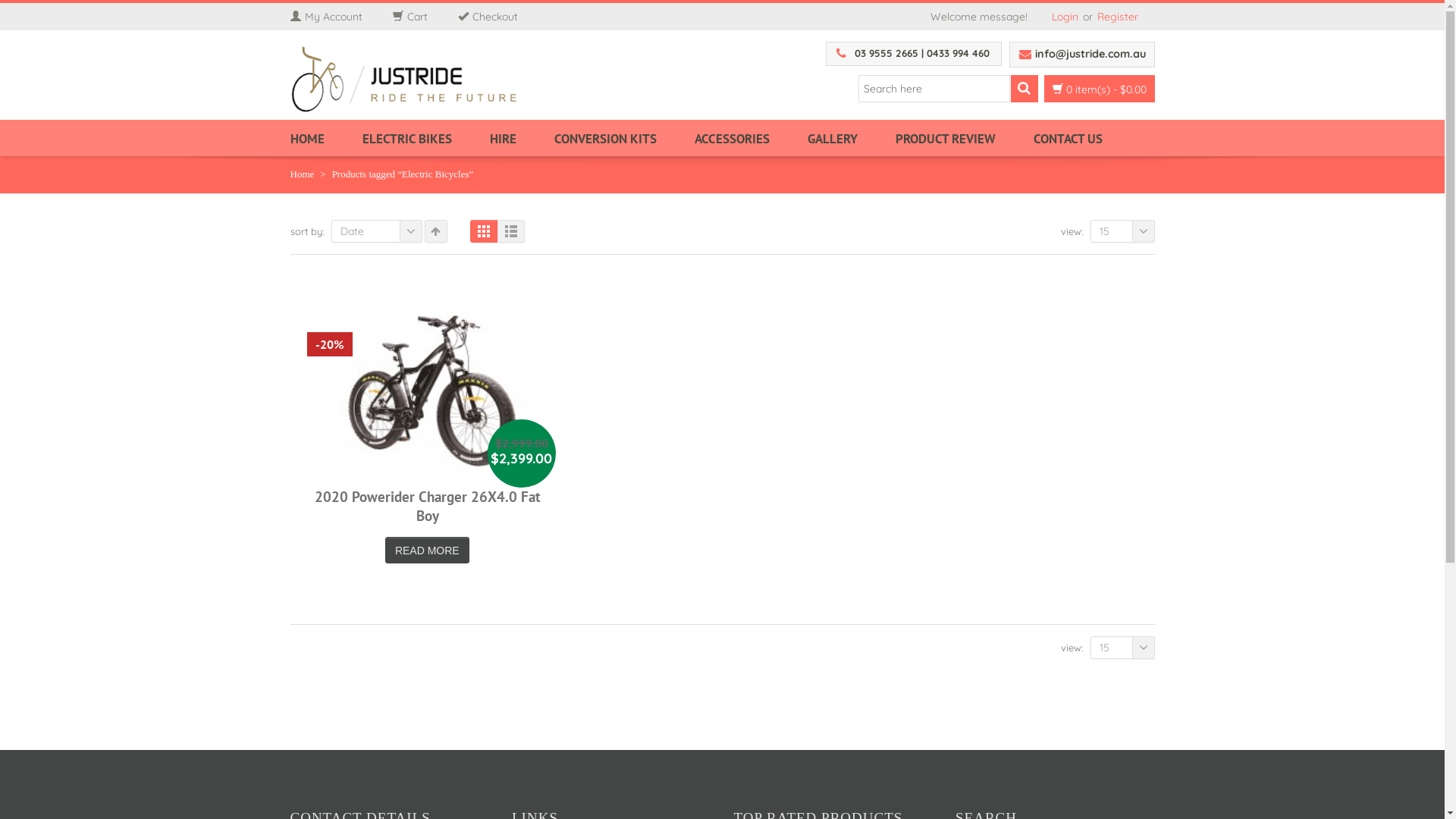 The image size is (1456, 819). Describe the element at coordinates (963, 137) in the screenshot. I see `'PRODUCT REVIEW'` at that location.